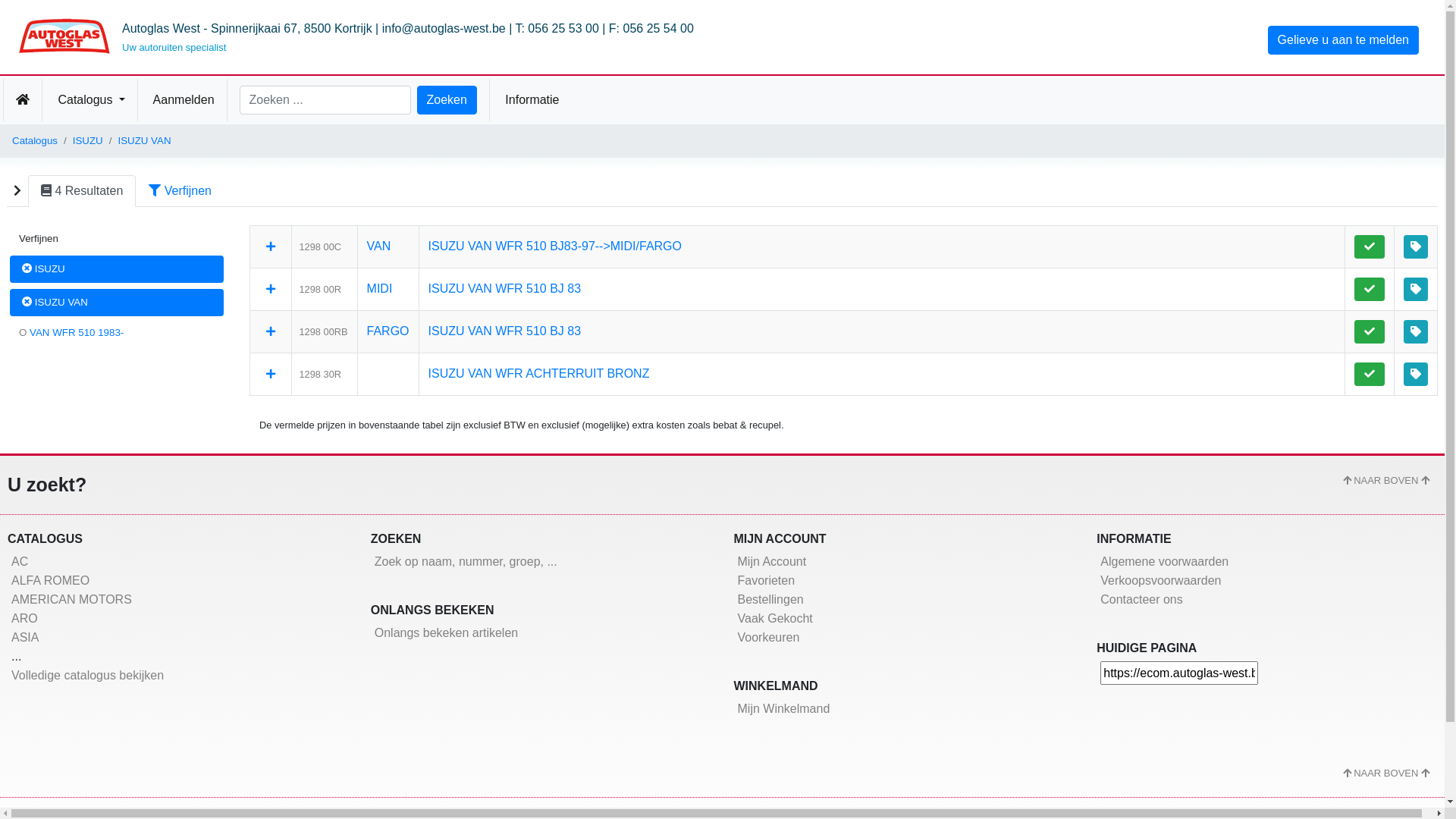 This screenshot has height=819, width=1456. Describe the element at coordinates (115, 332) in the screenshot. I see `'O VAN WFR 510 1983-'` at that location.